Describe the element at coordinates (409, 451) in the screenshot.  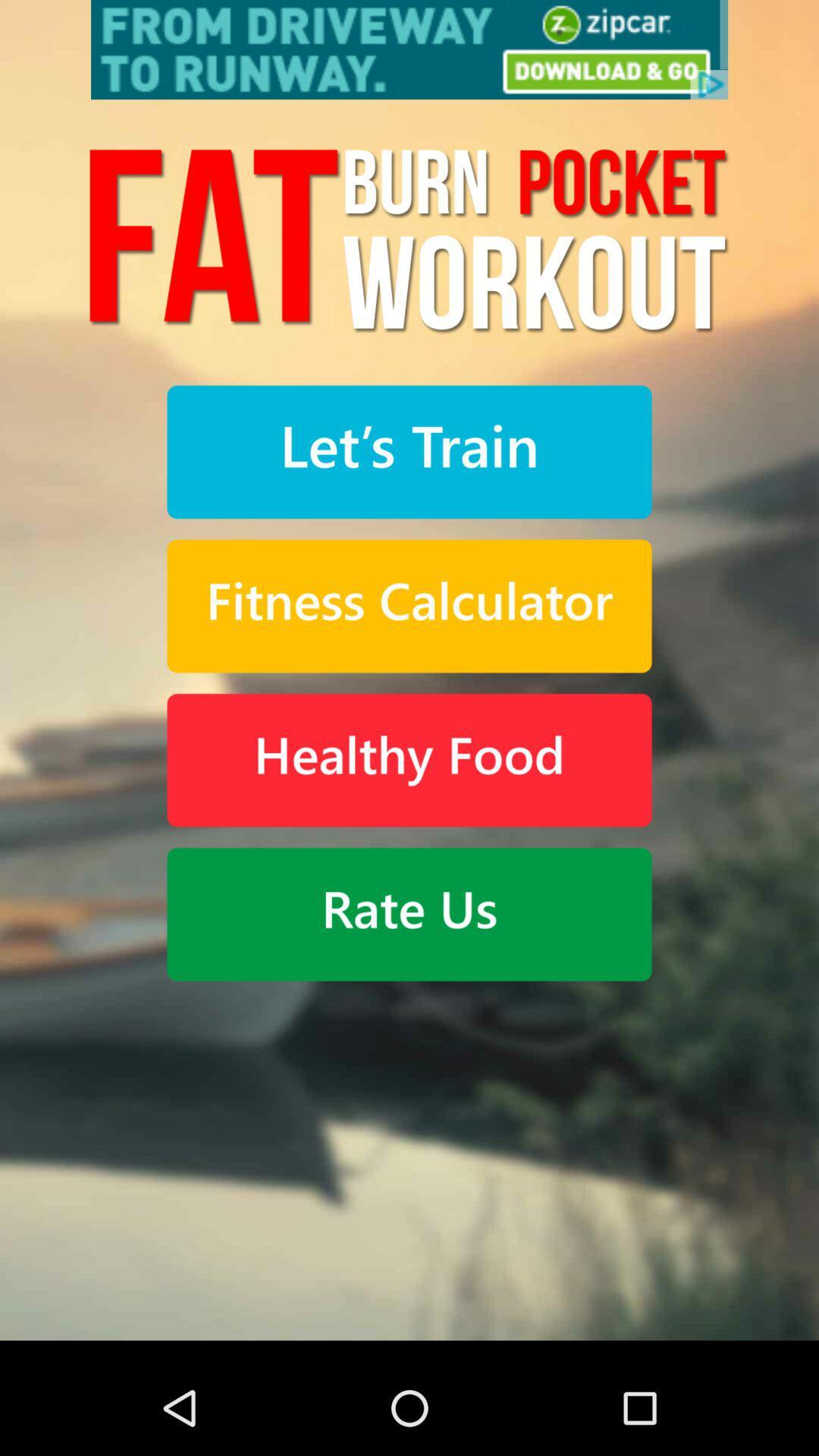
I see `option` at that location.